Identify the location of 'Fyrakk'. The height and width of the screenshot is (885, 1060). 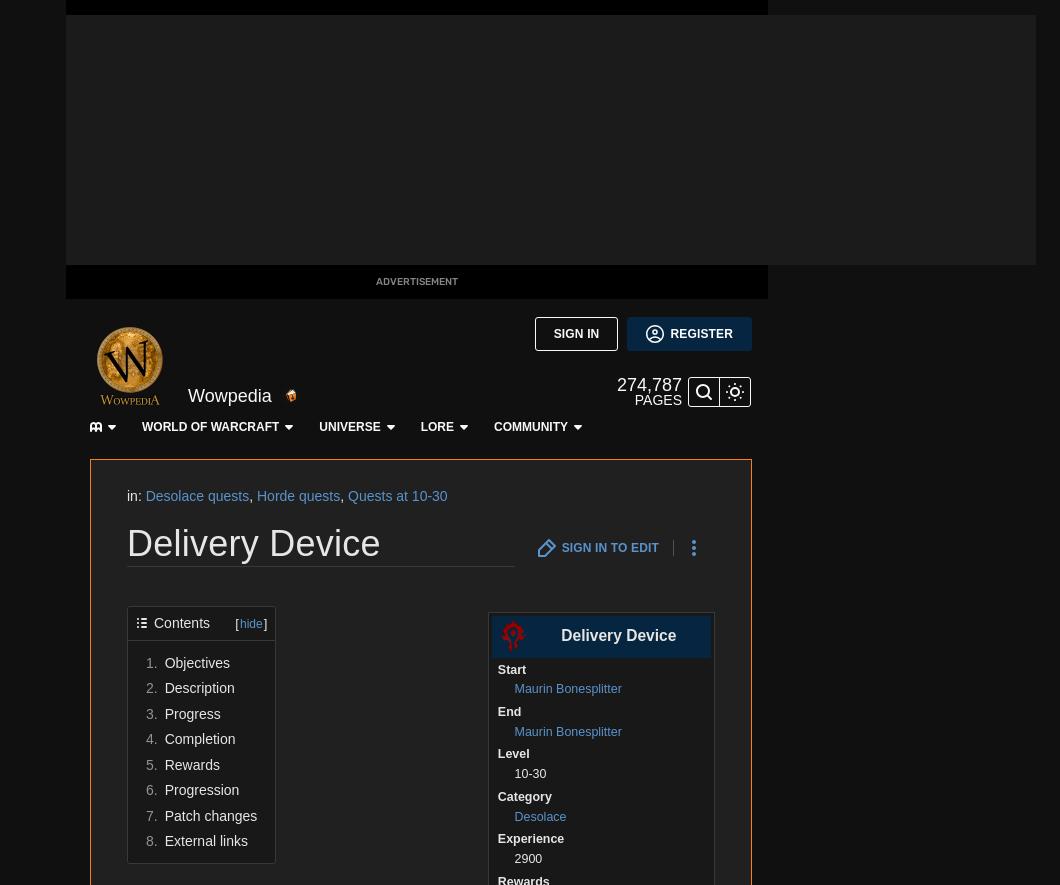
(213, 399).